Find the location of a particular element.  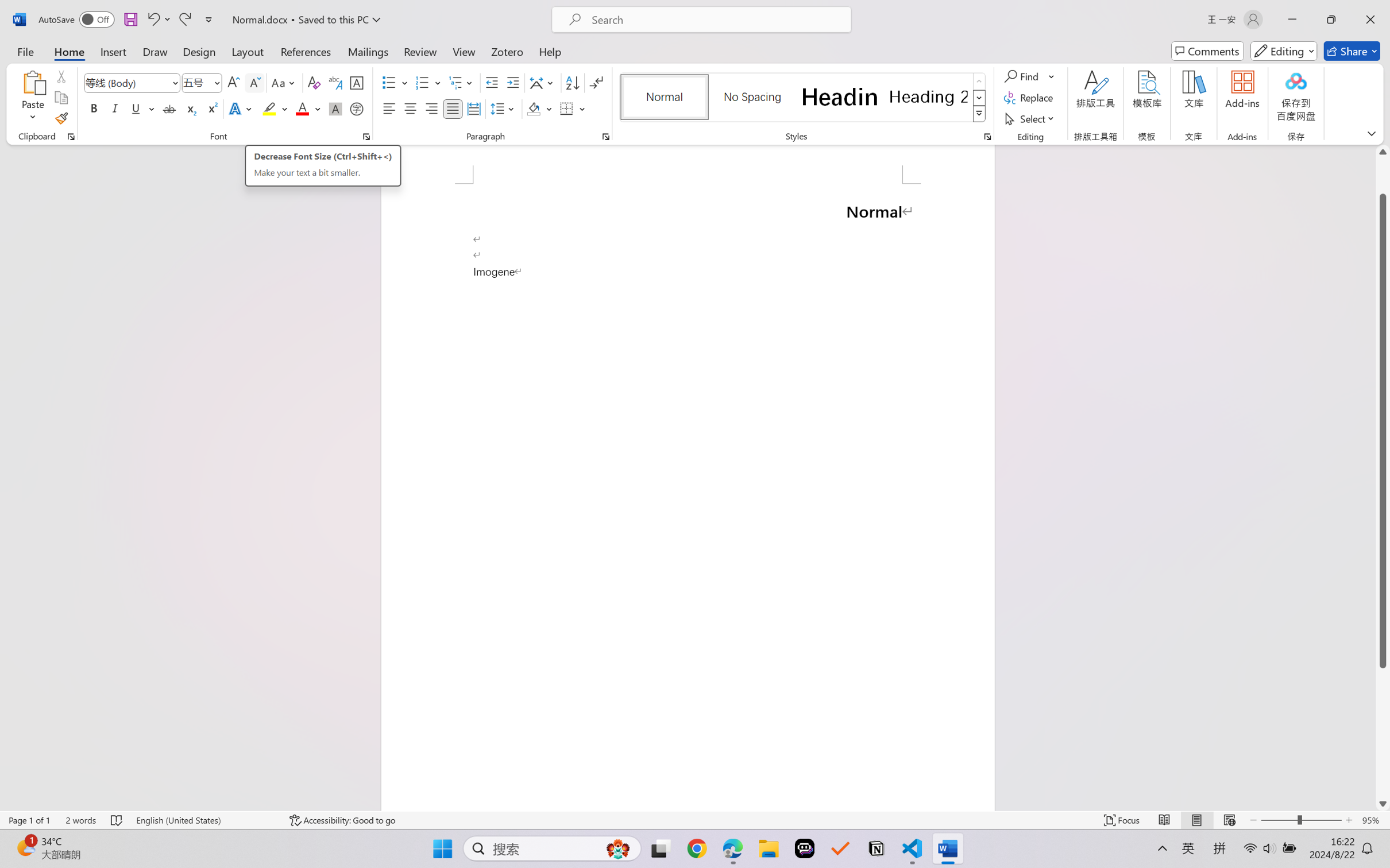

'Shading' is located at coordinates (539, 108).